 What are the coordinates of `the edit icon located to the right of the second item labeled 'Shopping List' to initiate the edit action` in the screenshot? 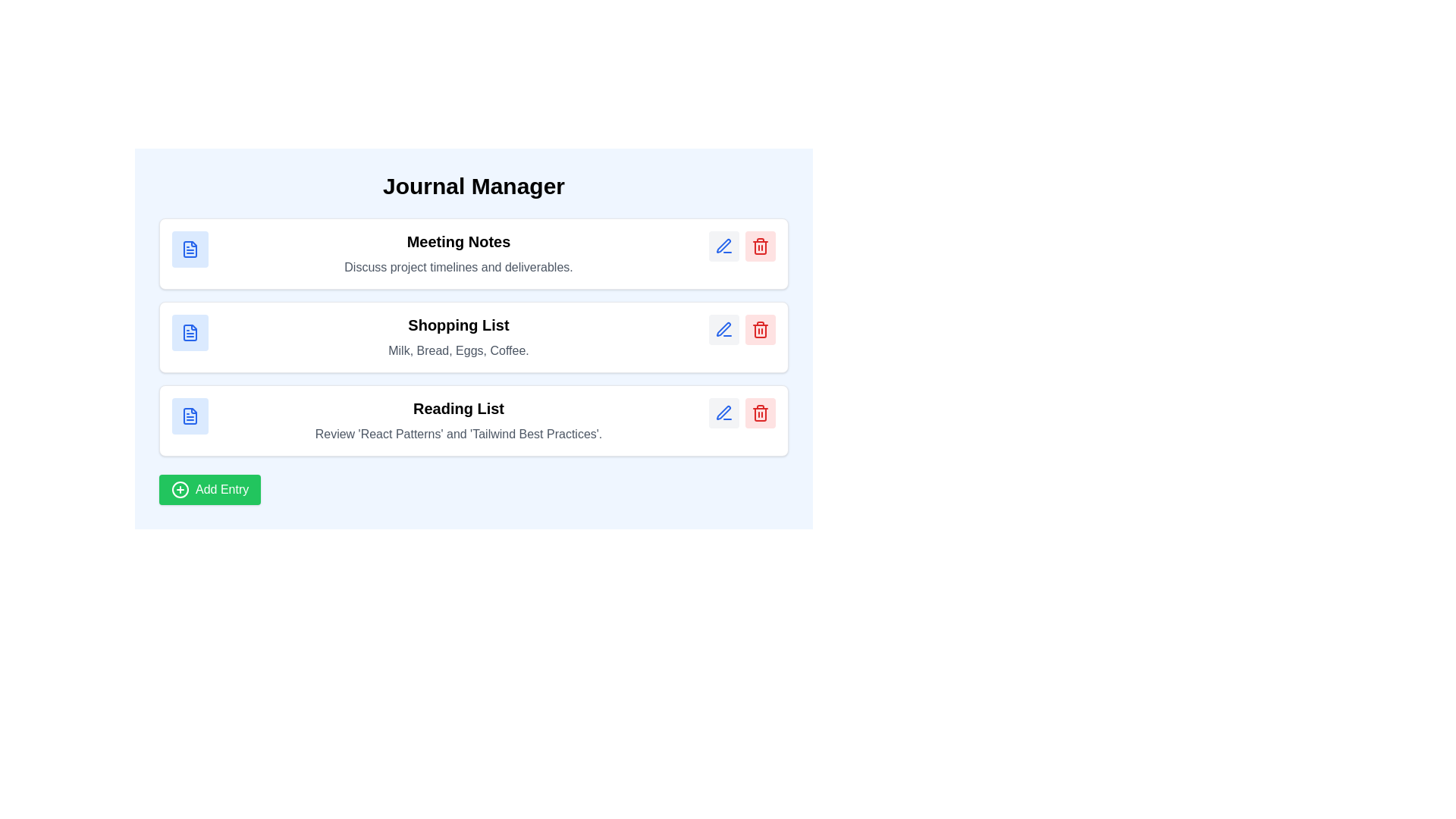 It's located at (723, 329).